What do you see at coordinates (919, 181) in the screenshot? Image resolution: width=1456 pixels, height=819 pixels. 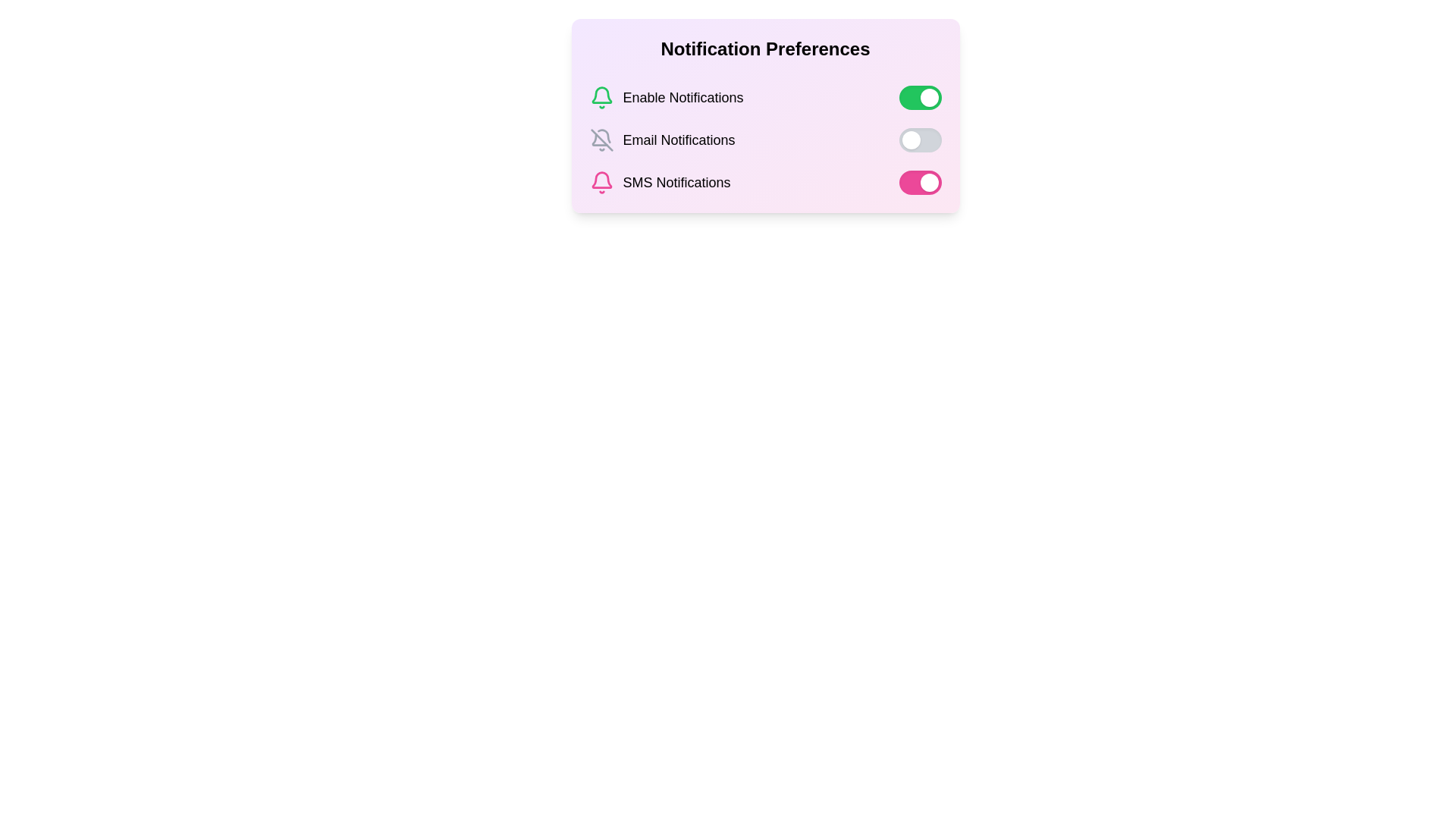 I see `on the toggle switch for SMS Notifications located at the right end of the SMS Notifications row` at bounding box center [919, 181].